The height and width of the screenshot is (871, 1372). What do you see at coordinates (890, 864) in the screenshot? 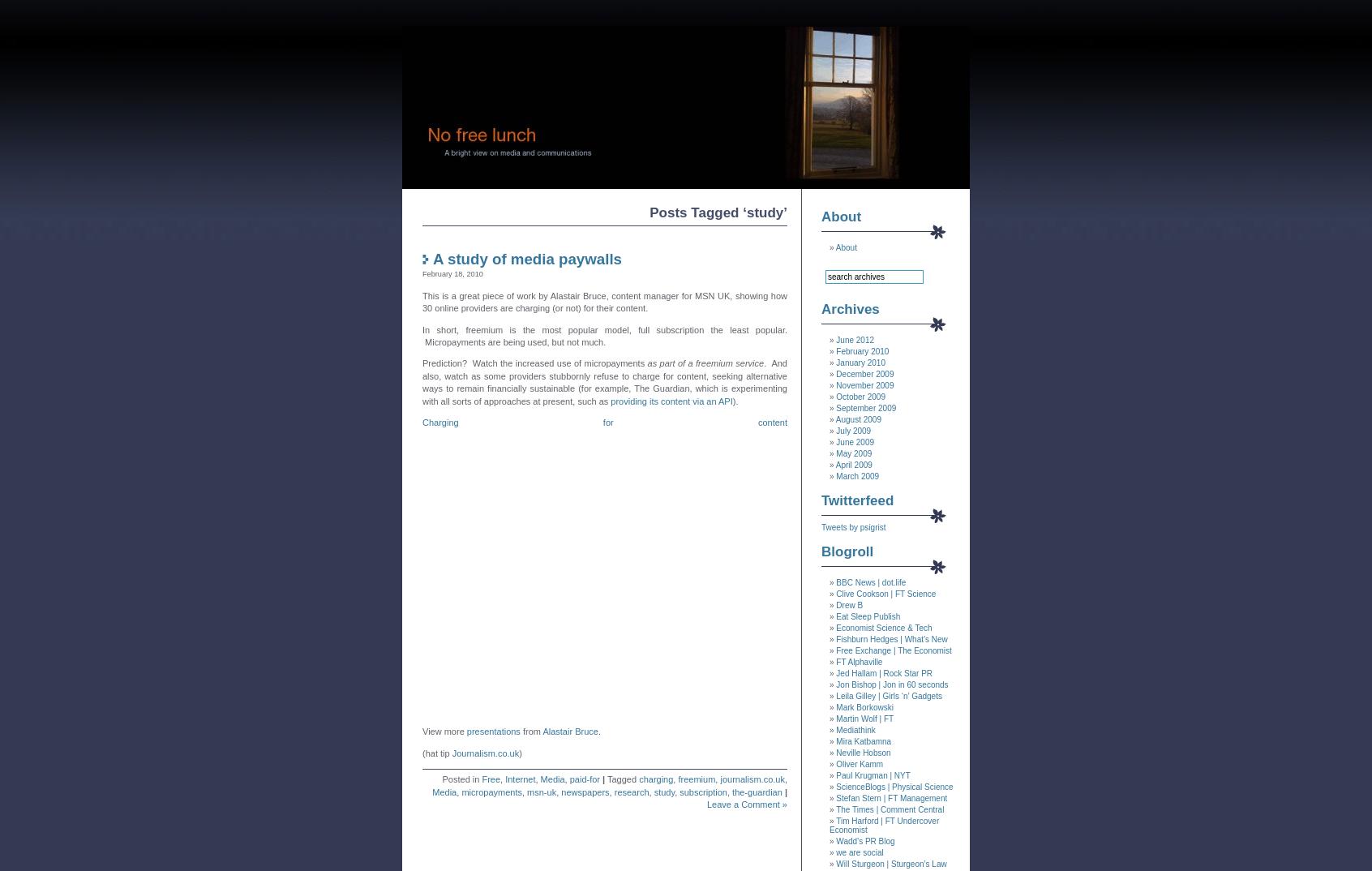
I see `'Will Sturgeon | Sturgeon’s Law'` at bounding box center [890, 864].